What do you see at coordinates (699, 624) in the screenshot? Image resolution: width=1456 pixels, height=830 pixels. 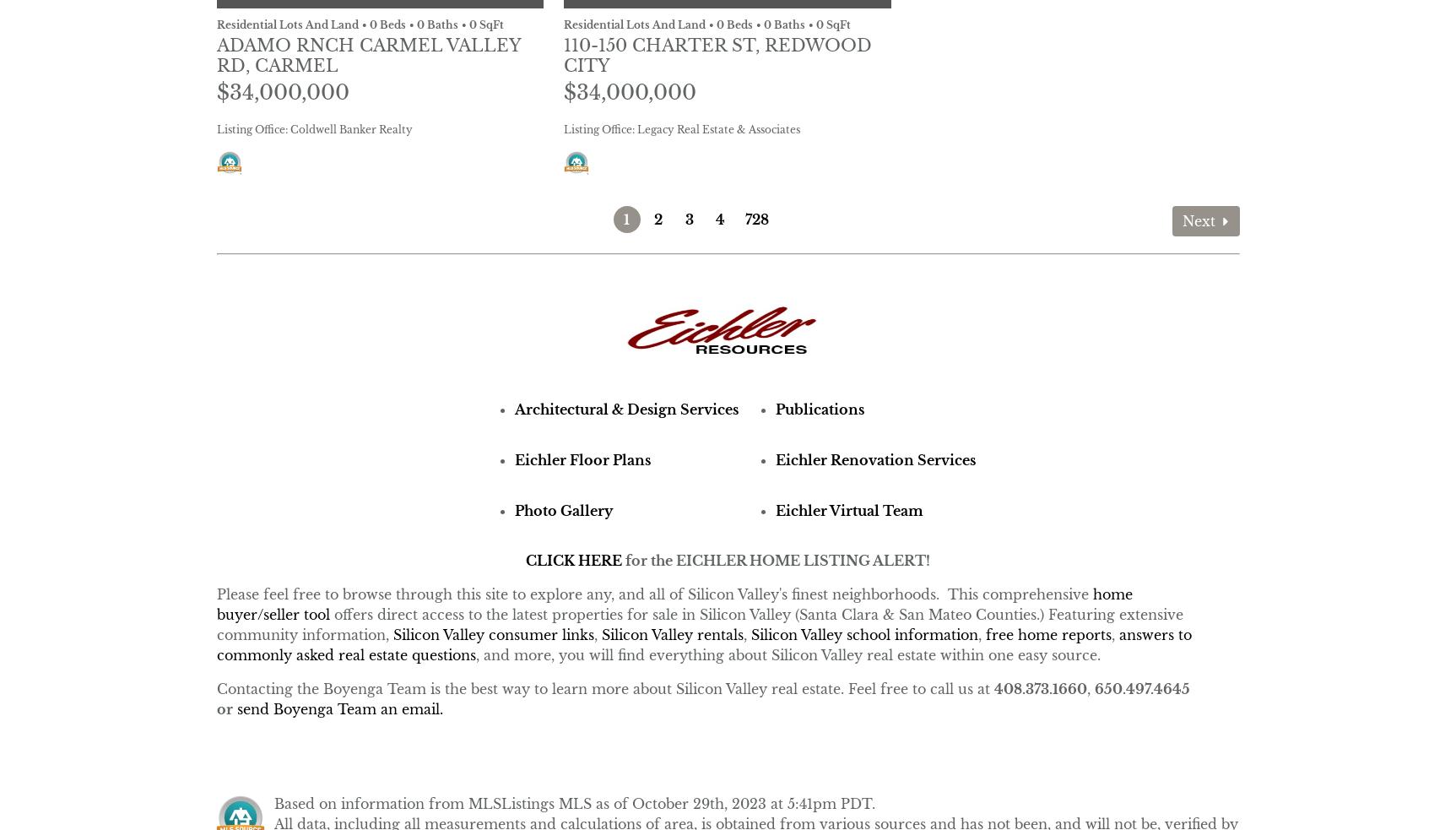 I see `'offers direct access to the latest properties for sale in Silicon 
Valley (Santa Clara & San Mateo Counties.) Featuring extensive 
community information,'` at bounding box center [699, 624].